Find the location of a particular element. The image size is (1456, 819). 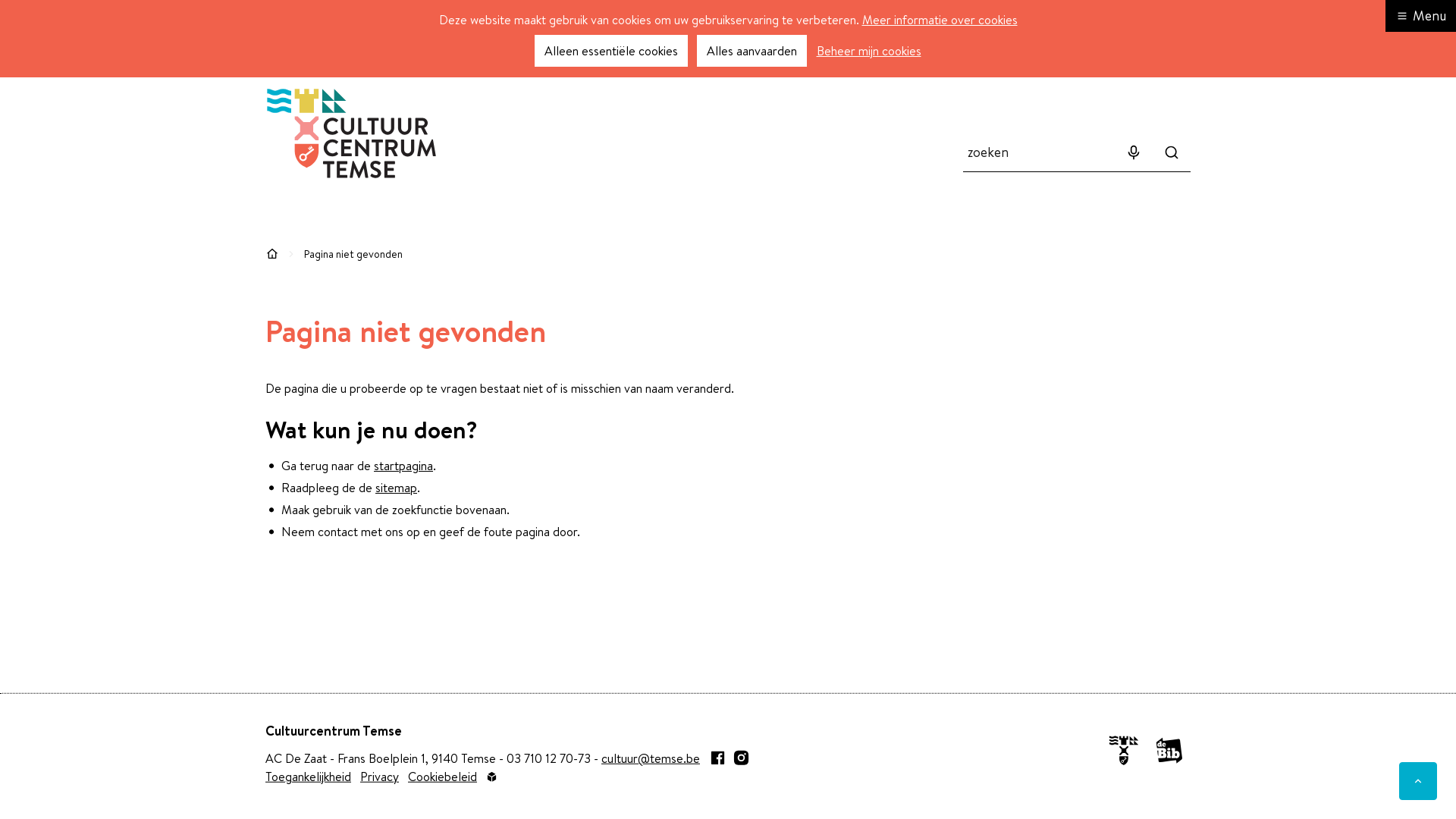

'Naar top' is located at coordinates (1417, 780).